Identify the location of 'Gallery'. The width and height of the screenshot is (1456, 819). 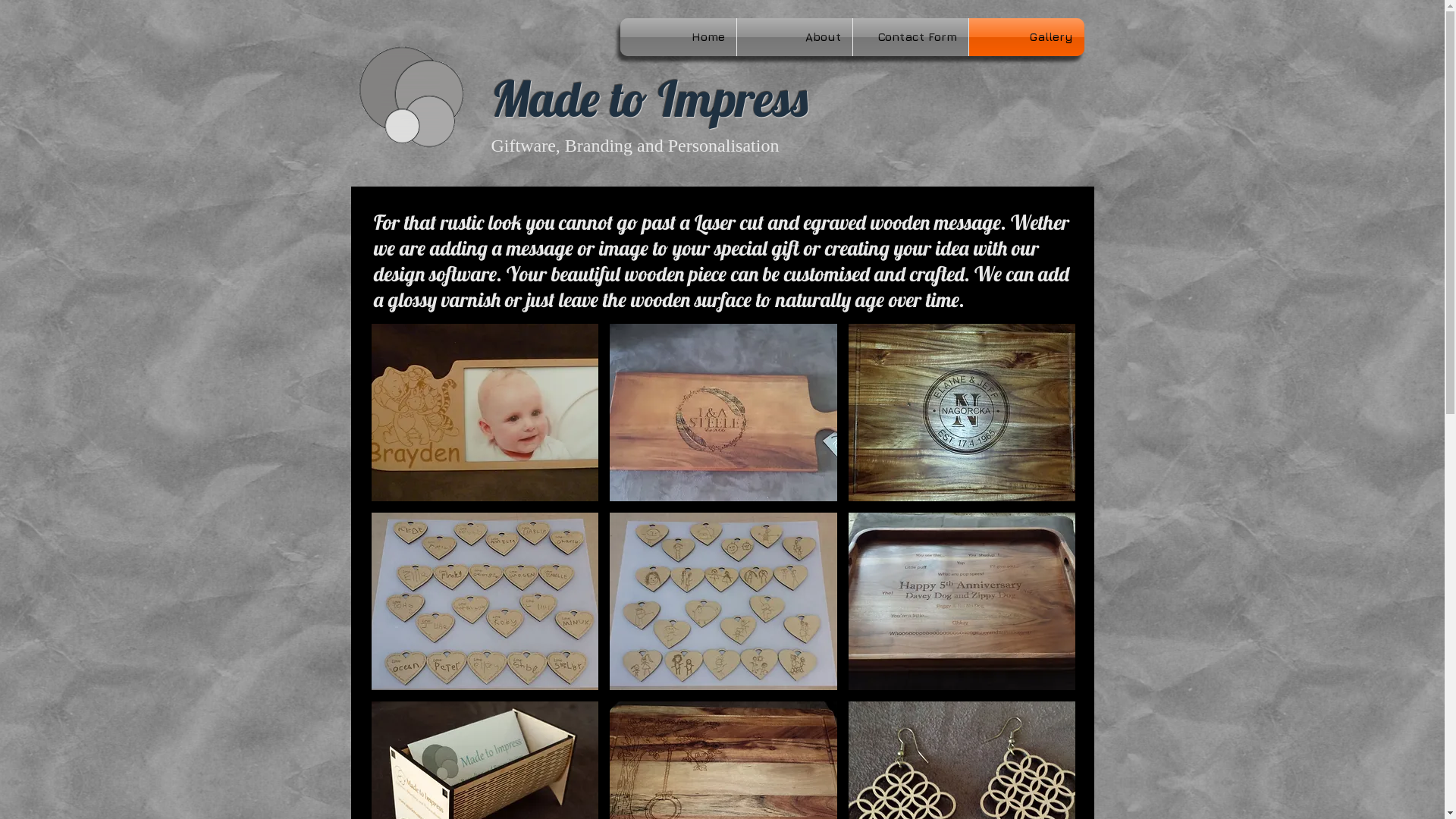
(1026, 36).